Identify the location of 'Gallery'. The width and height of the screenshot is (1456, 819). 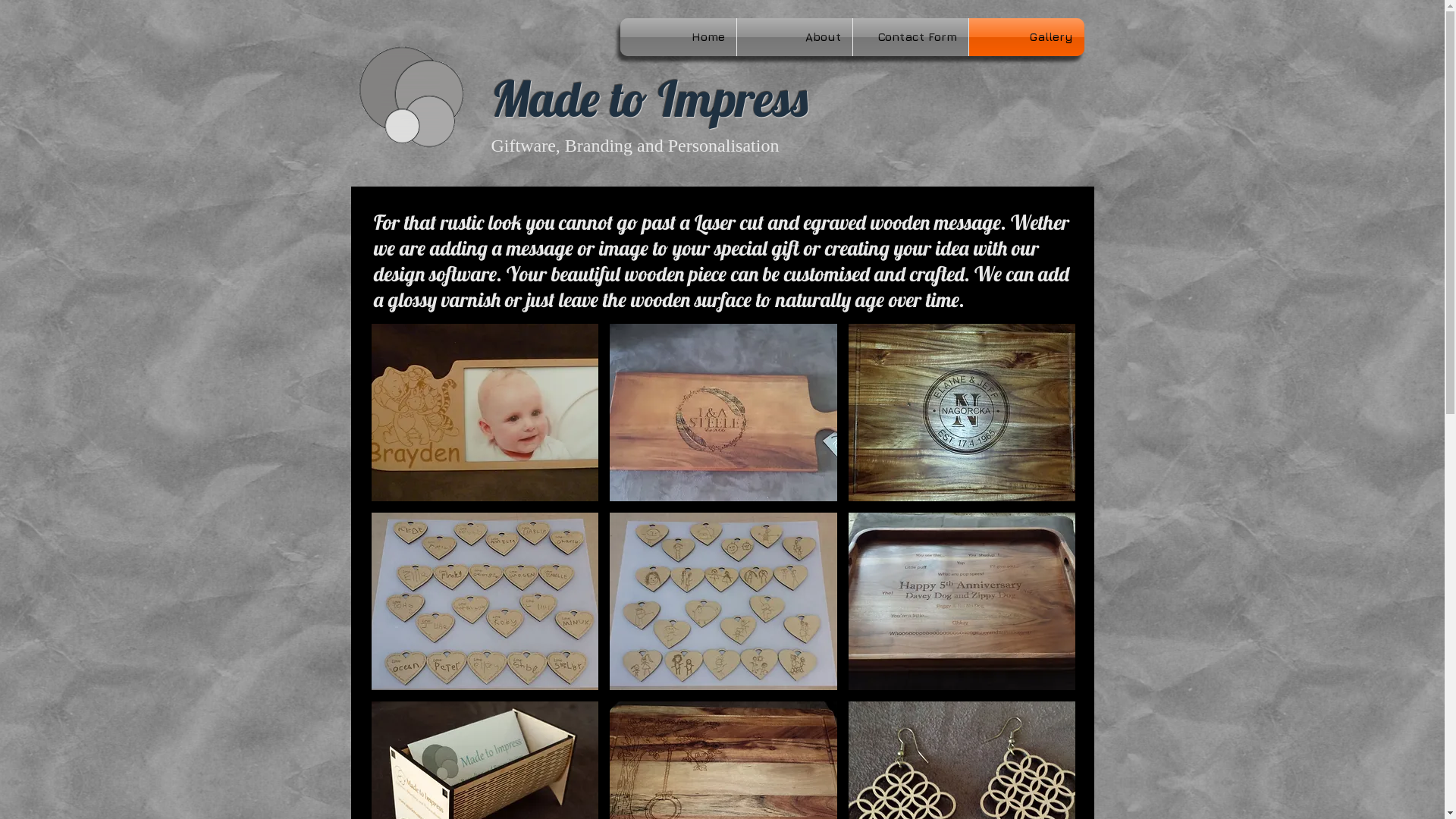
(1026, 36).